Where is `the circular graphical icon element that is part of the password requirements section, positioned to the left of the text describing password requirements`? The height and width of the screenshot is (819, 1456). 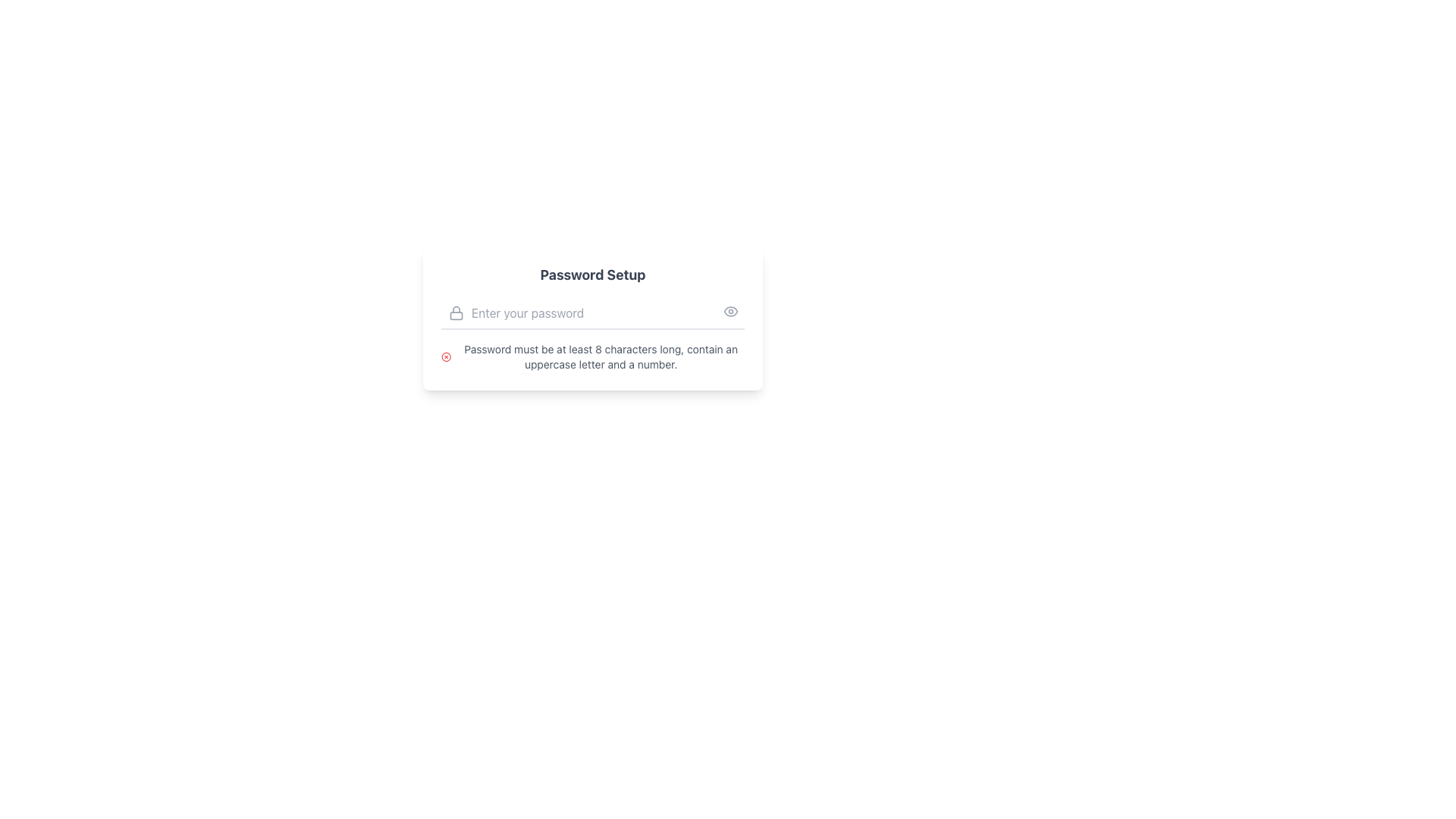
the circular graphical icon element that is part of the password requirements section, positioned to the left of the text describing password requirements is located at coordinates (445, 356).